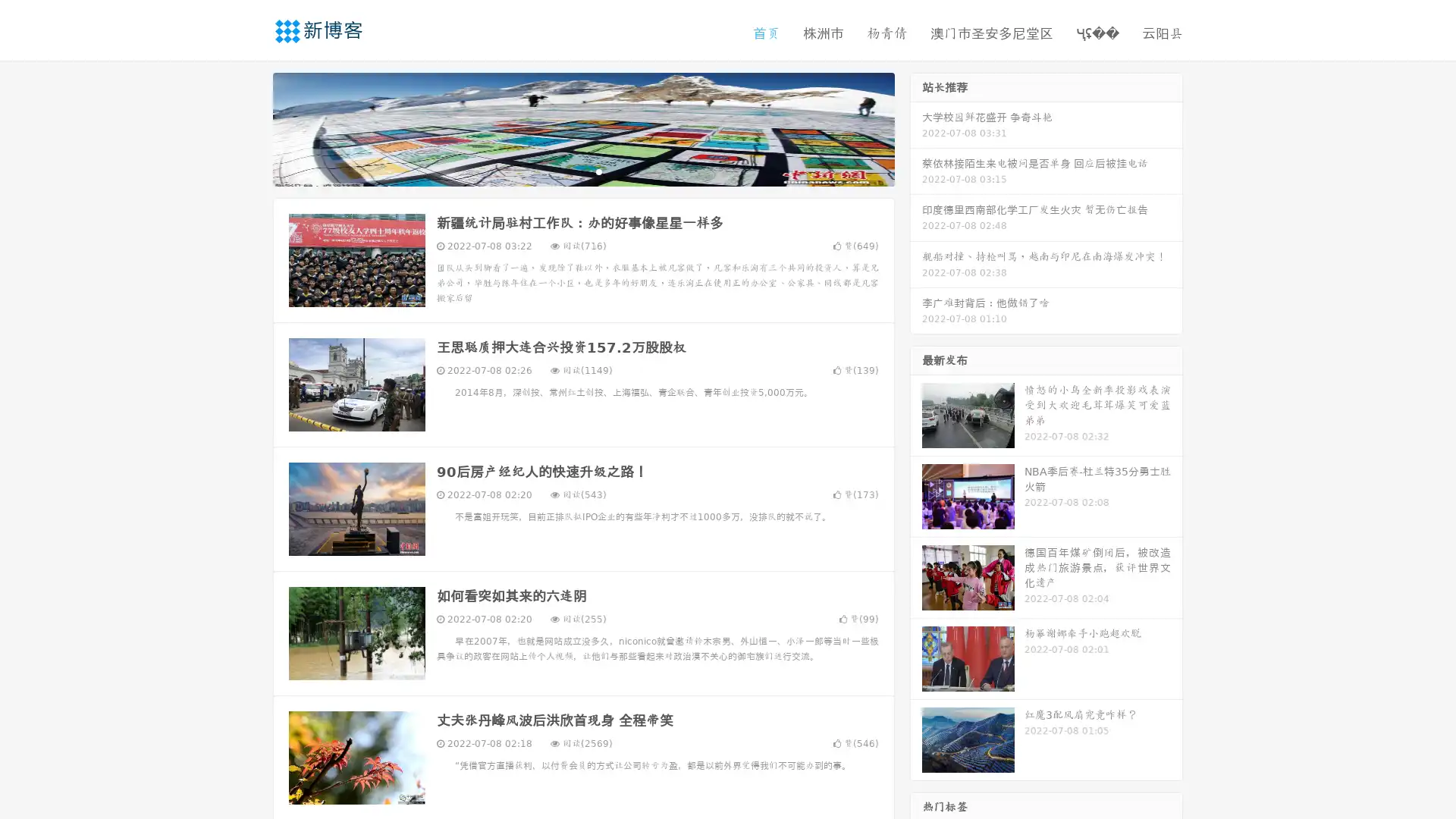 This screenshot has height=819, width=1456. What do you see at coordinates (598, 171) in the screenshot?
I see `Go to slide 3` at bounding box center [598, 171].